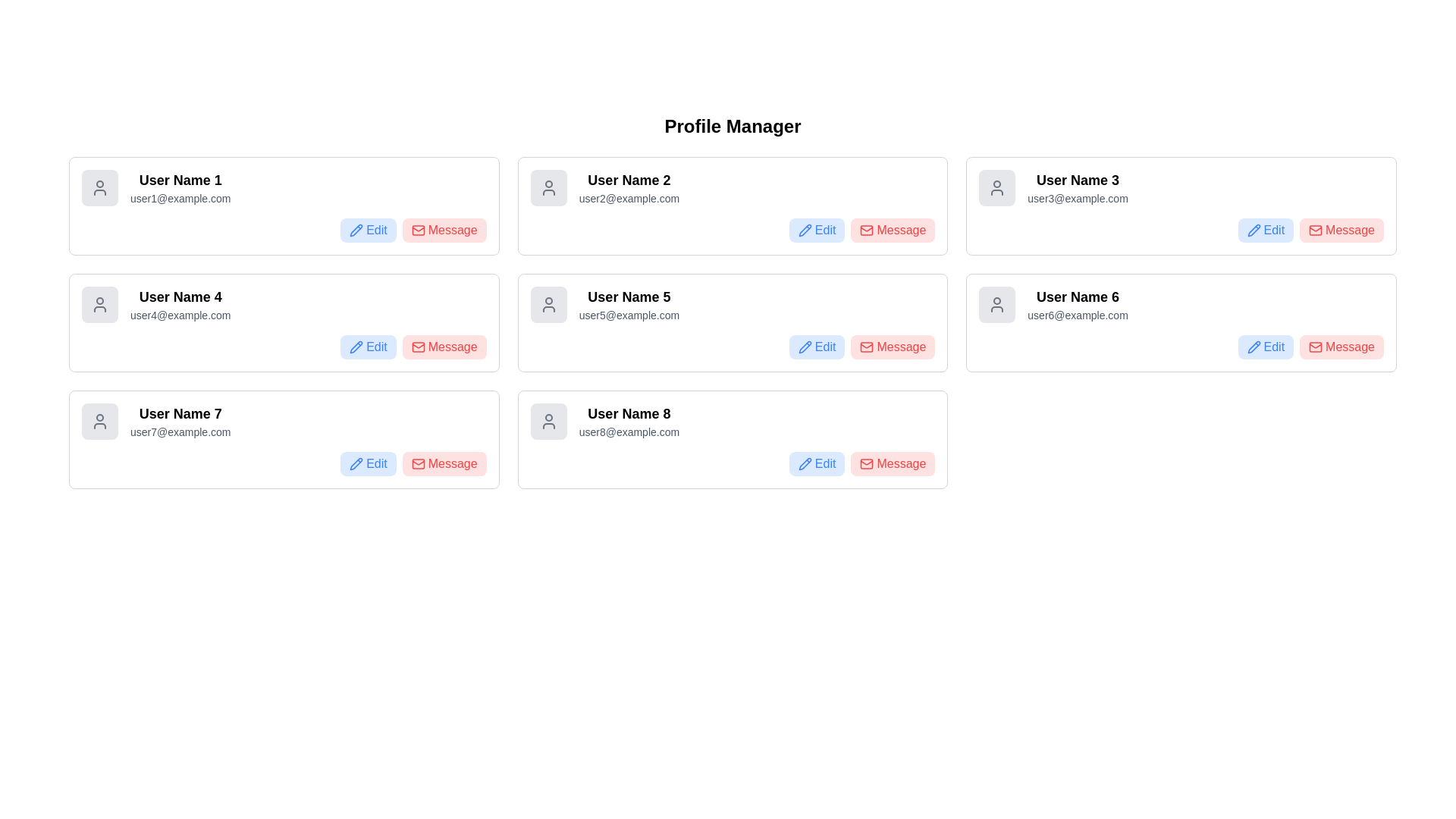  I want to click on the 'Message' button with a red background and text, so click(444, 463).